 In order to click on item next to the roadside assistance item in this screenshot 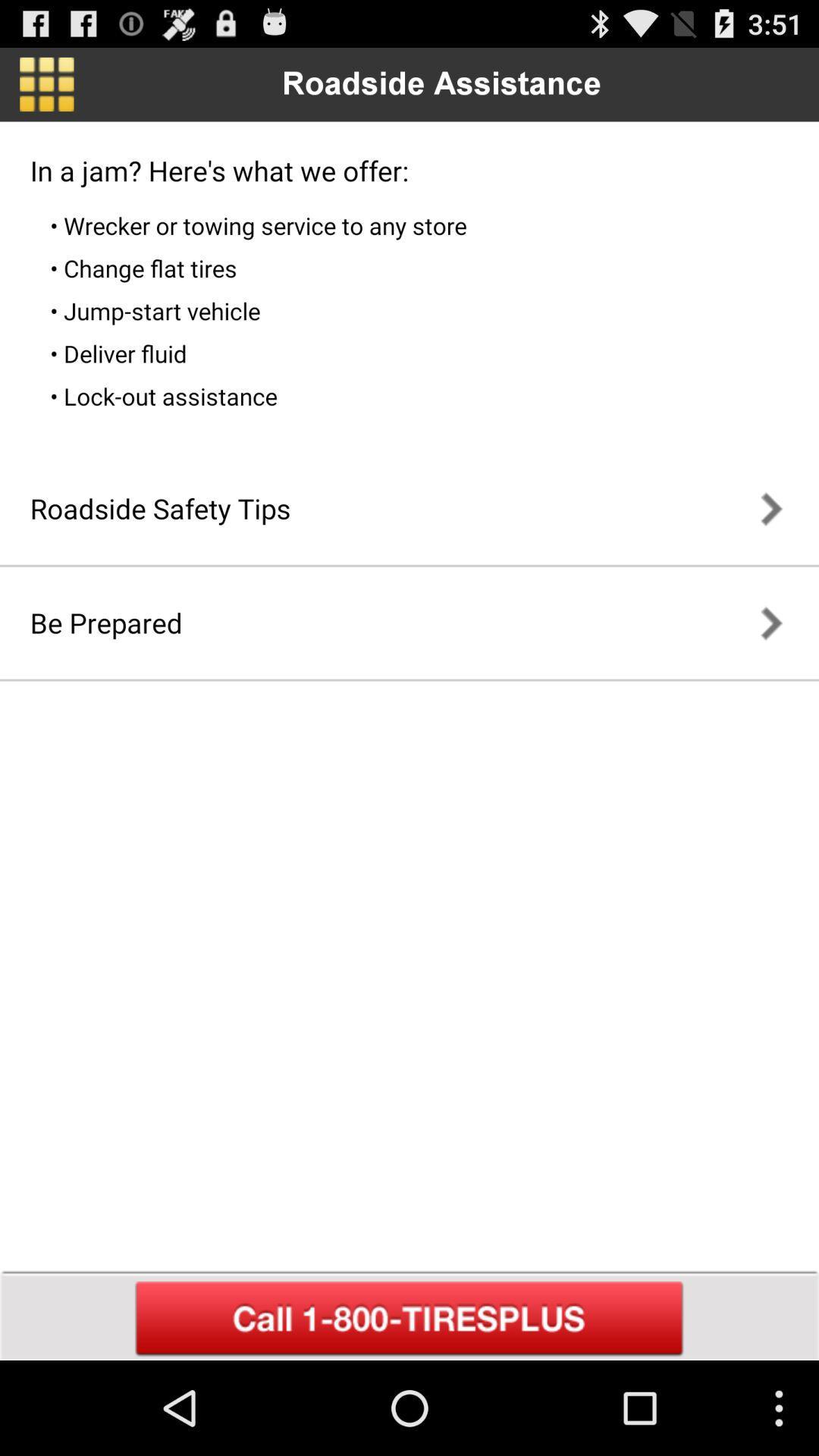, I will do `click(45, 83)`.